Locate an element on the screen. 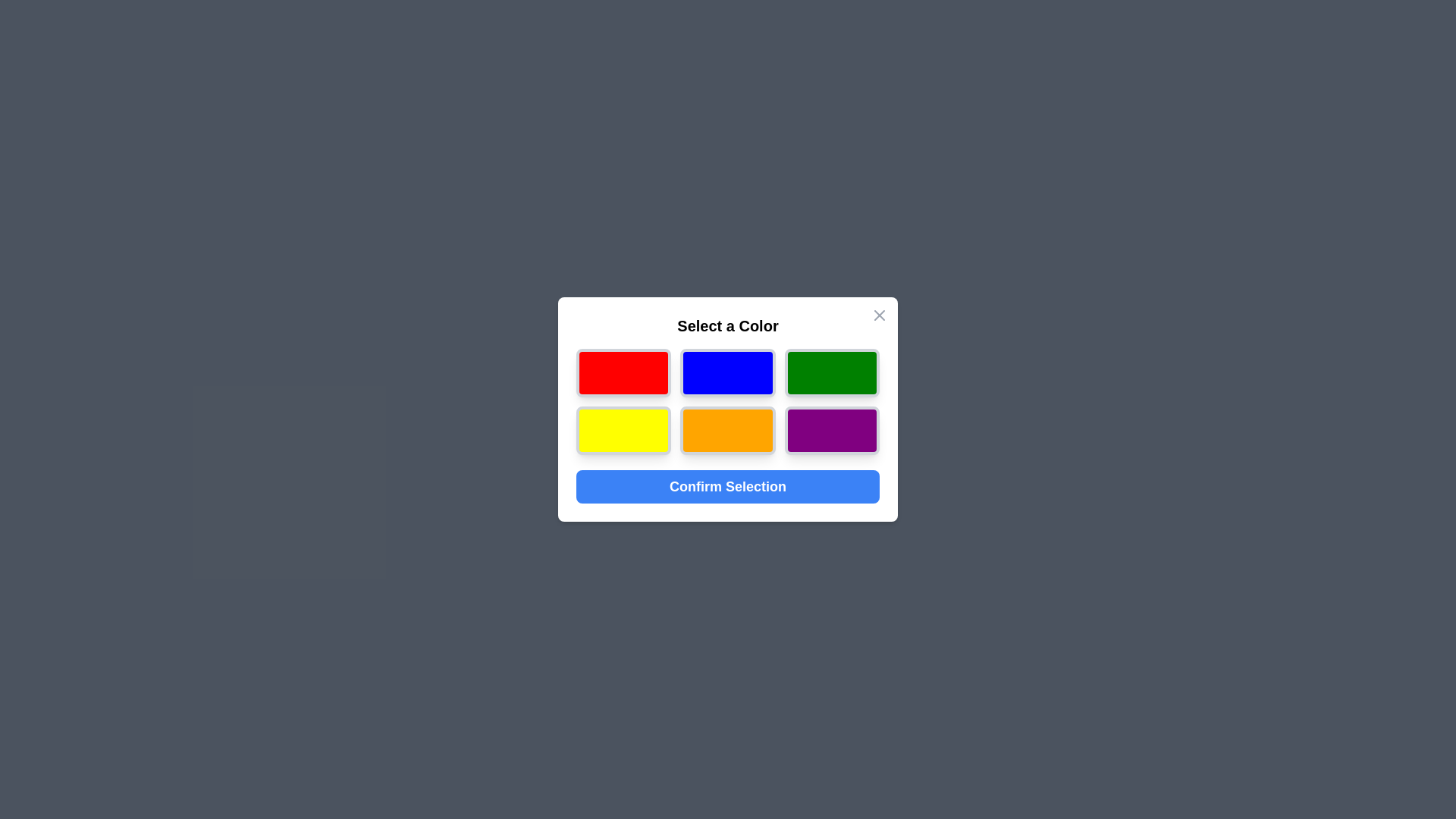 This screenshot has width=1456, height=819. the color yellow from the palette is located at coordinates (623, 430).